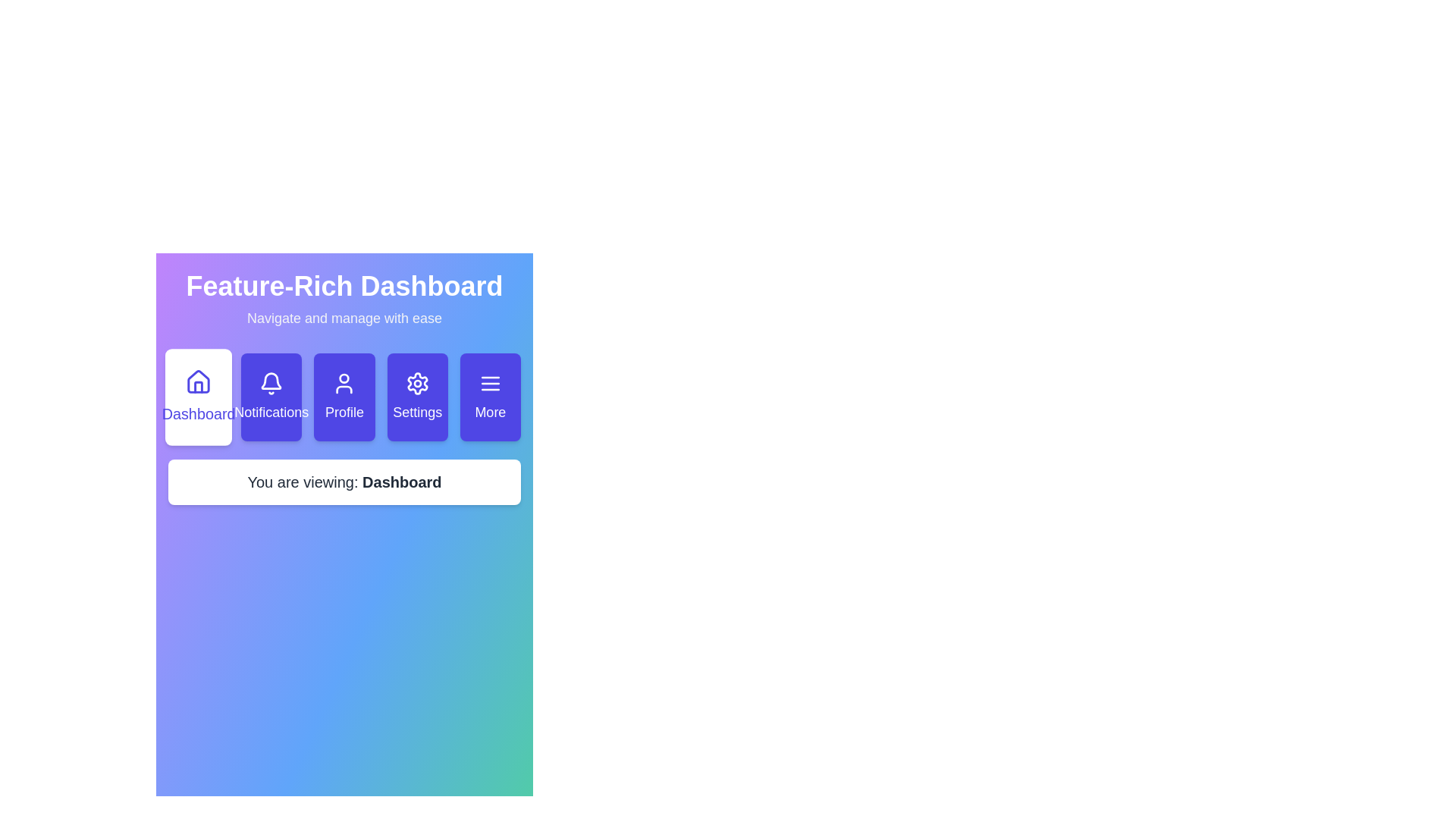 This screenshot has width=1456, height=819. What do you see at coordinates (417, 412) in the screenshot?
I see `the Text Label indicating the settings button, which is located within the fourth button of the horizontal navigation menu, identifiable by its dark purple background and gear icon above it` at bounding box center [417, 412].